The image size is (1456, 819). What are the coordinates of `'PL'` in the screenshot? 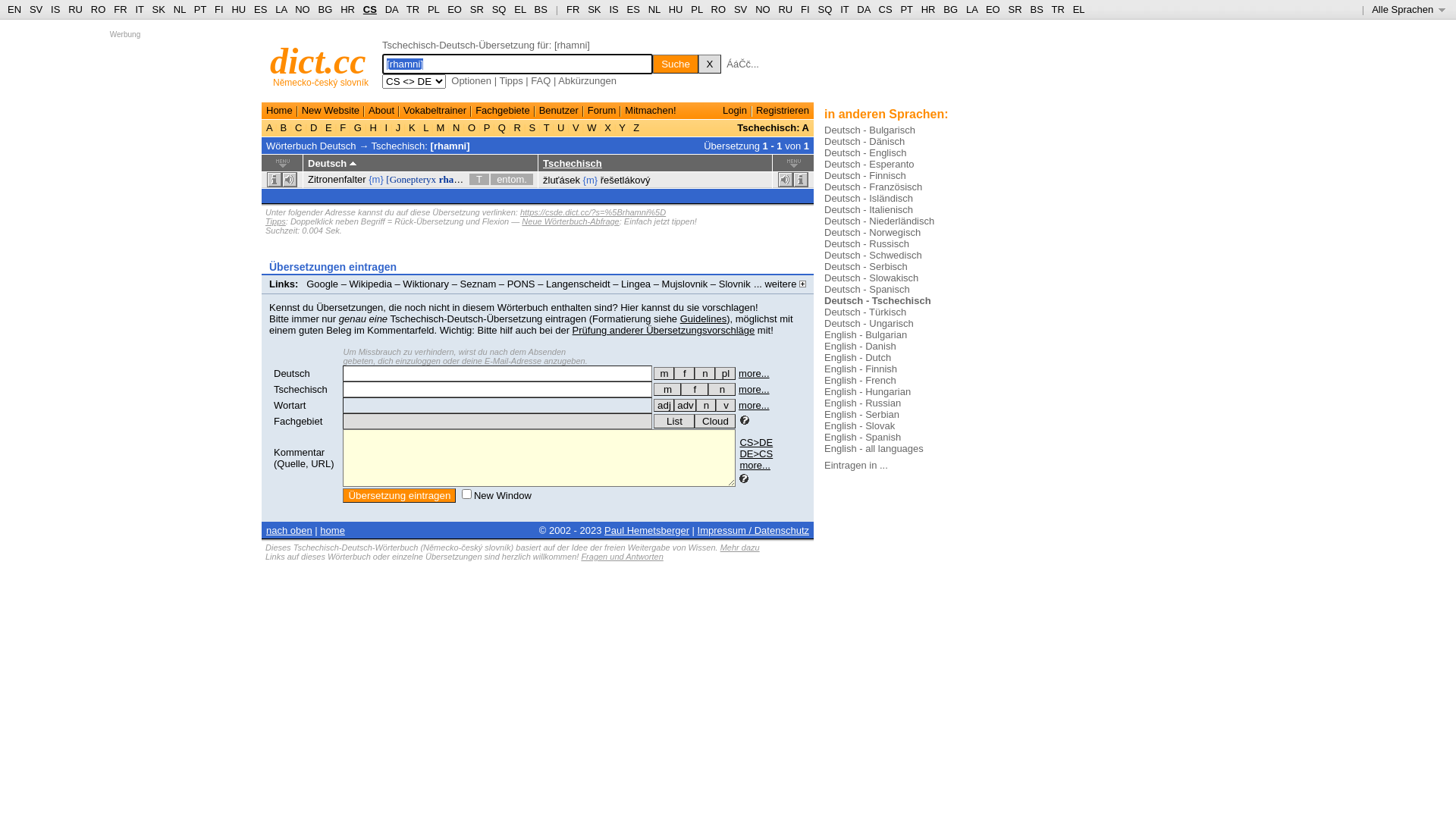 It's located at (432, 9).